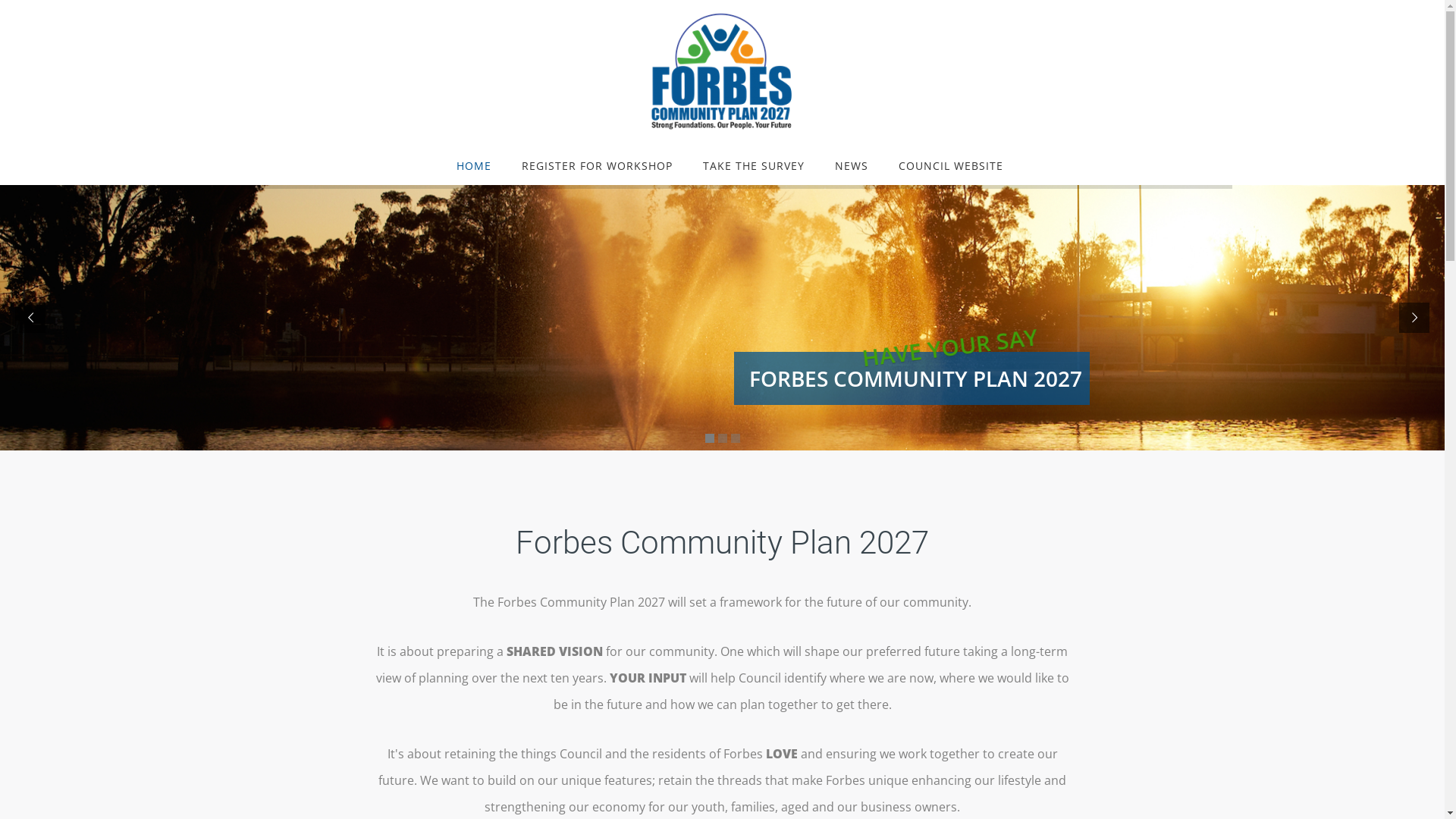 Image resolution: width=1456 pixels, height=819 pixels. I want to click on 'NEWS', so click(852, 165).